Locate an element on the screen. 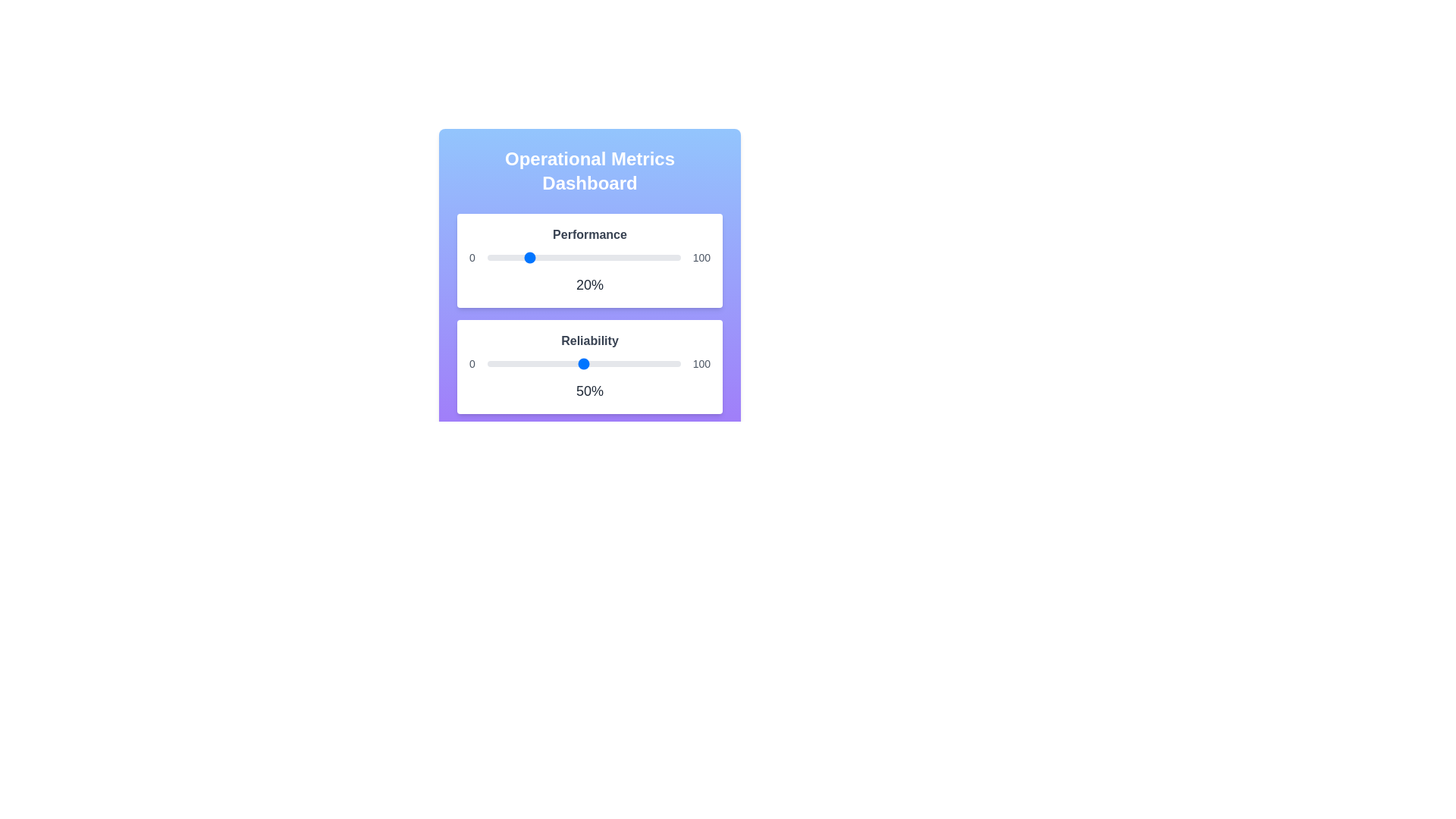 The image size is (1456, 819). the reliability value is located at coordinates (533, 363).